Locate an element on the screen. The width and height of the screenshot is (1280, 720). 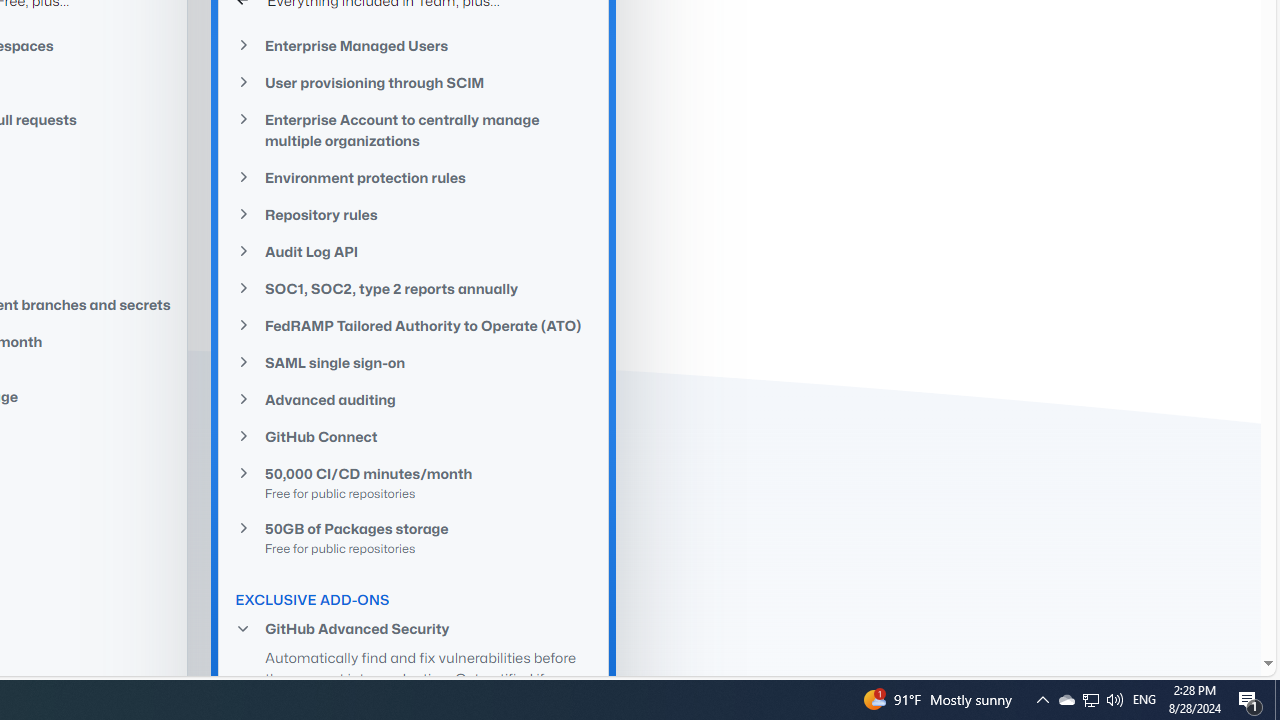
'FedRAMP Tailored Authority to Operate (ATO)' is located at coordinates (413, 324).